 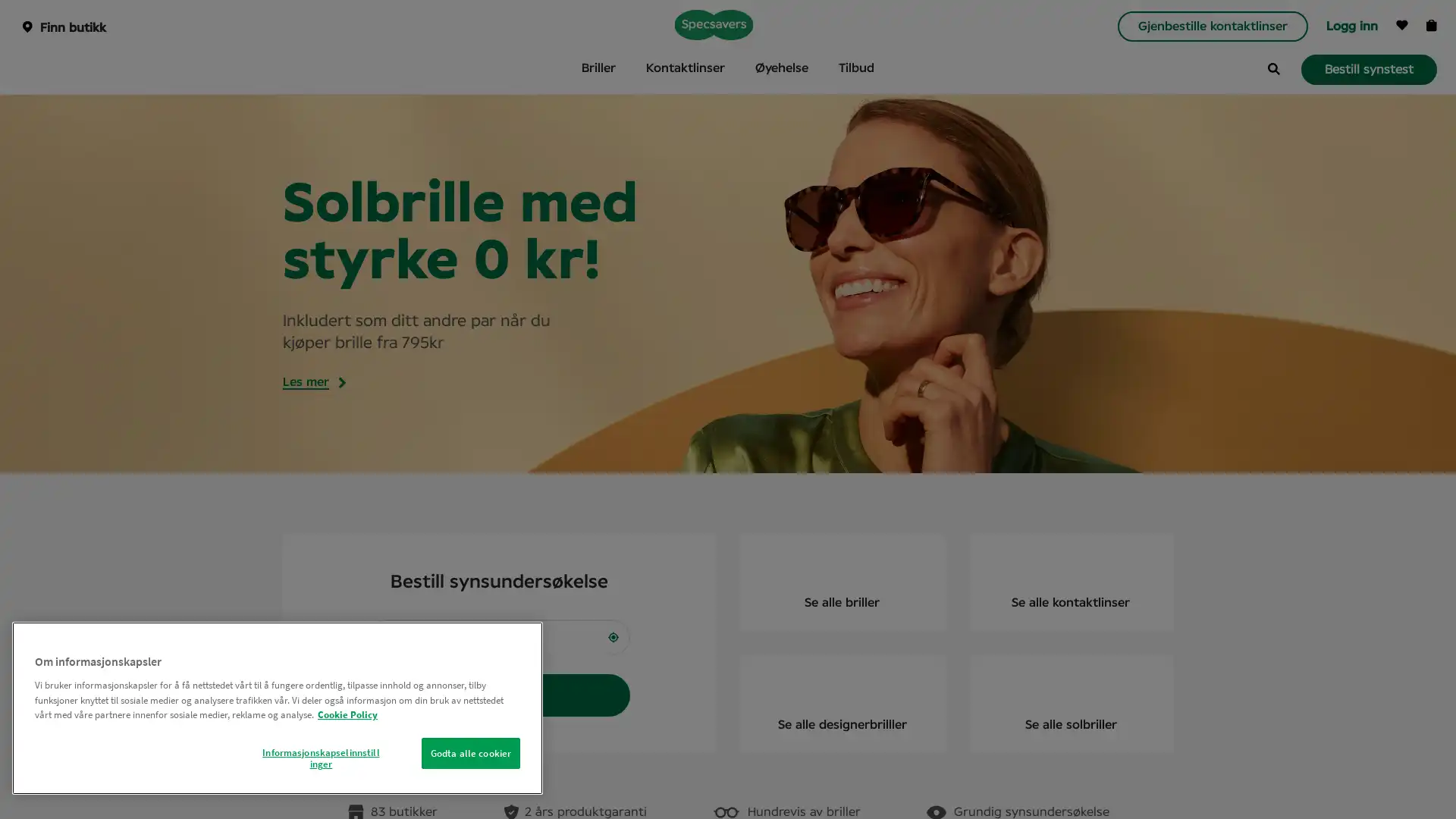 What do you see at coordinates (469, 752) in the screenshot?
I see `Godta alle cookier` at bounding box center [469, 752].